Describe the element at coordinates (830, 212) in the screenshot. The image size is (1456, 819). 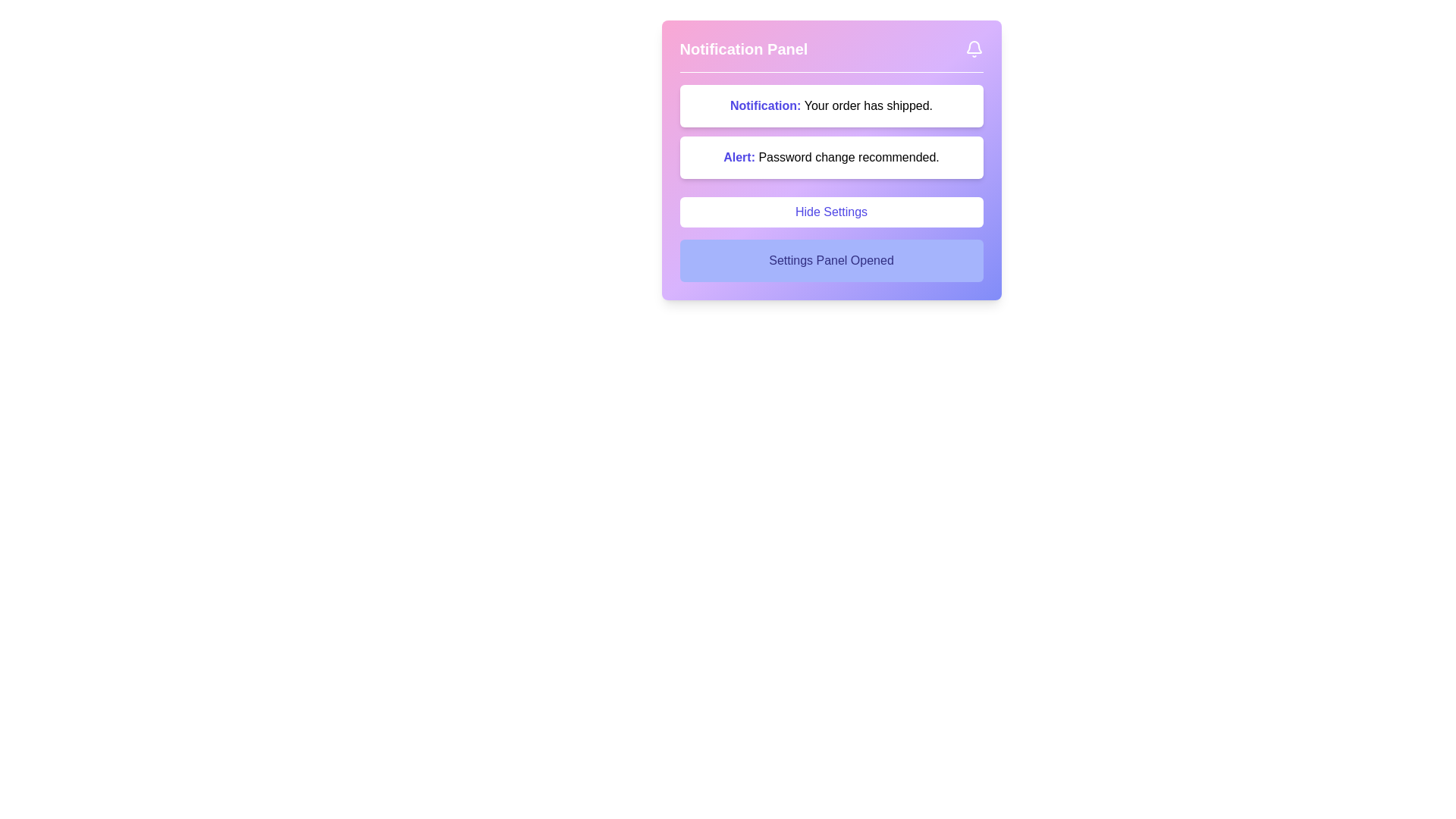
I see `the toggle button to hide the settings panel located within the notification panel interface, positioned directly above the 'Settings Panel Opened' button` at that location.